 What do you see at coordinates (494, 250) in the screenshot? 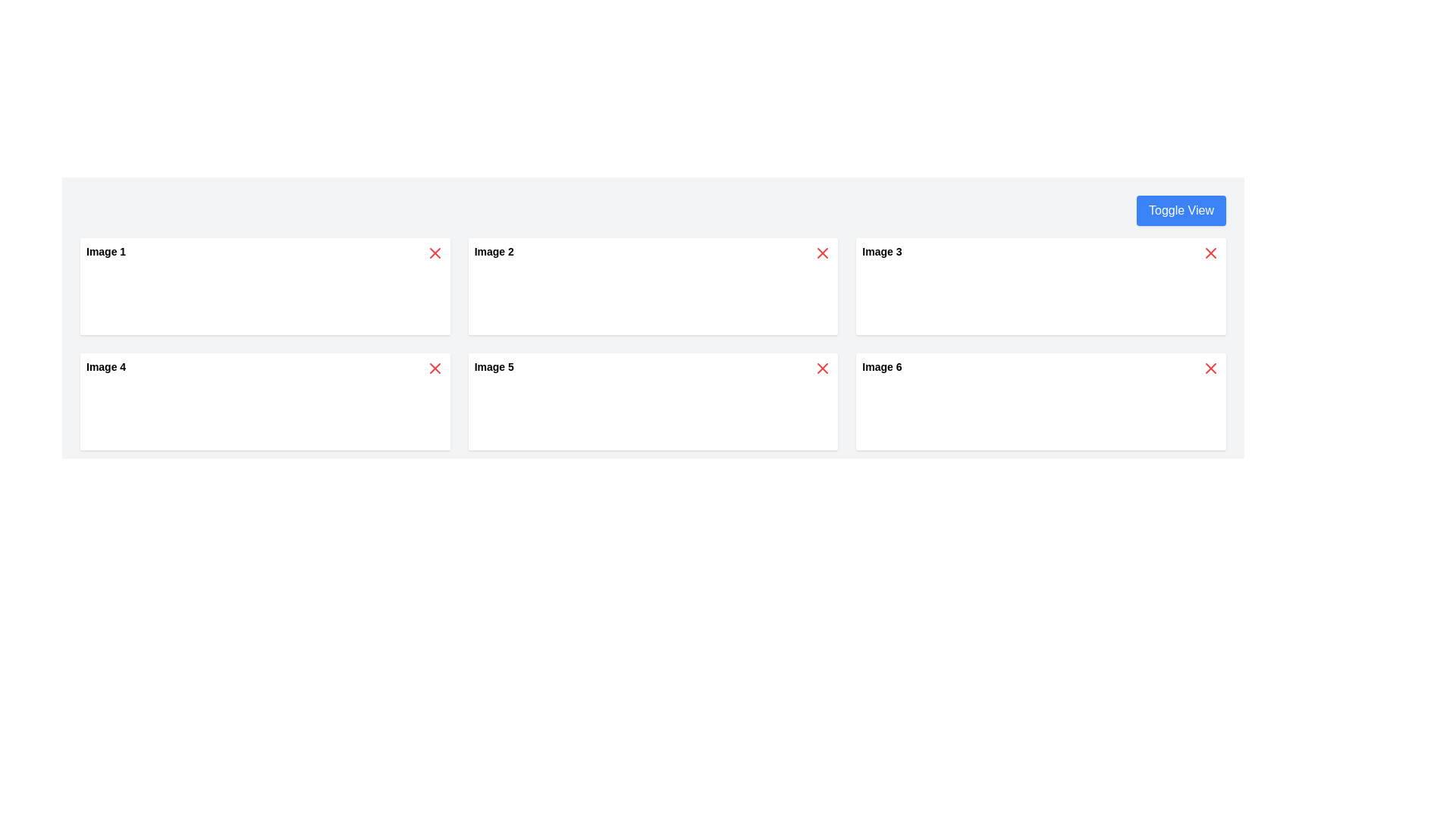
I see `the text label stating 'Image 2' located at the top-left corner of the second card in the upper row of the grid layout` at bounding box center [494, 250].